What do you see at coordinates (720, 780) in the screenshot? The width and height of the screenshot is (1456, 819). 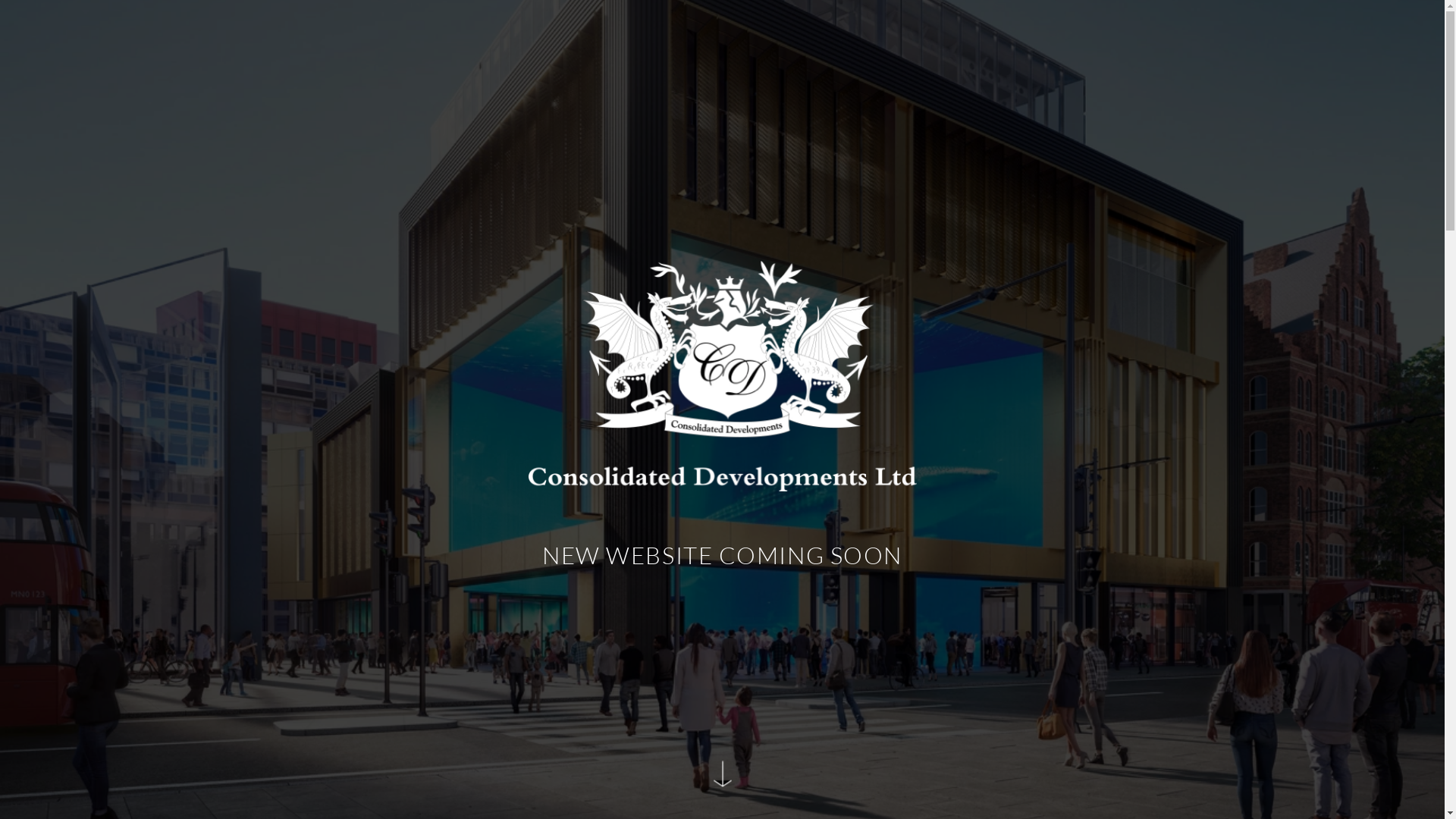 I see `'Scroll down to content'` at bounding box center [720, 780].